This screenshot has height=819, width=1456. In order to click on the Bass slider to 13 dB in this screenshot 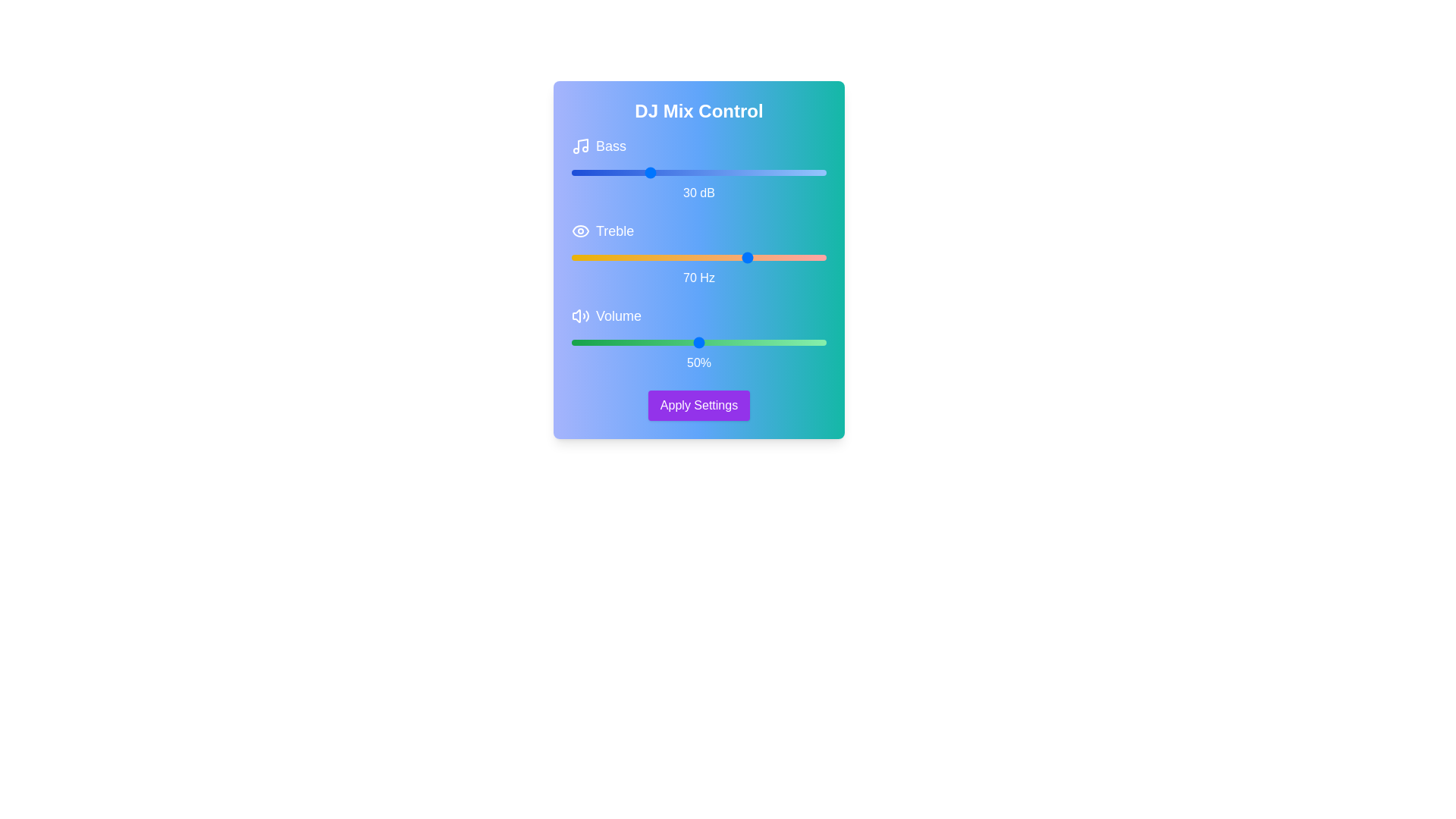, I will do `click(604, 171)`.